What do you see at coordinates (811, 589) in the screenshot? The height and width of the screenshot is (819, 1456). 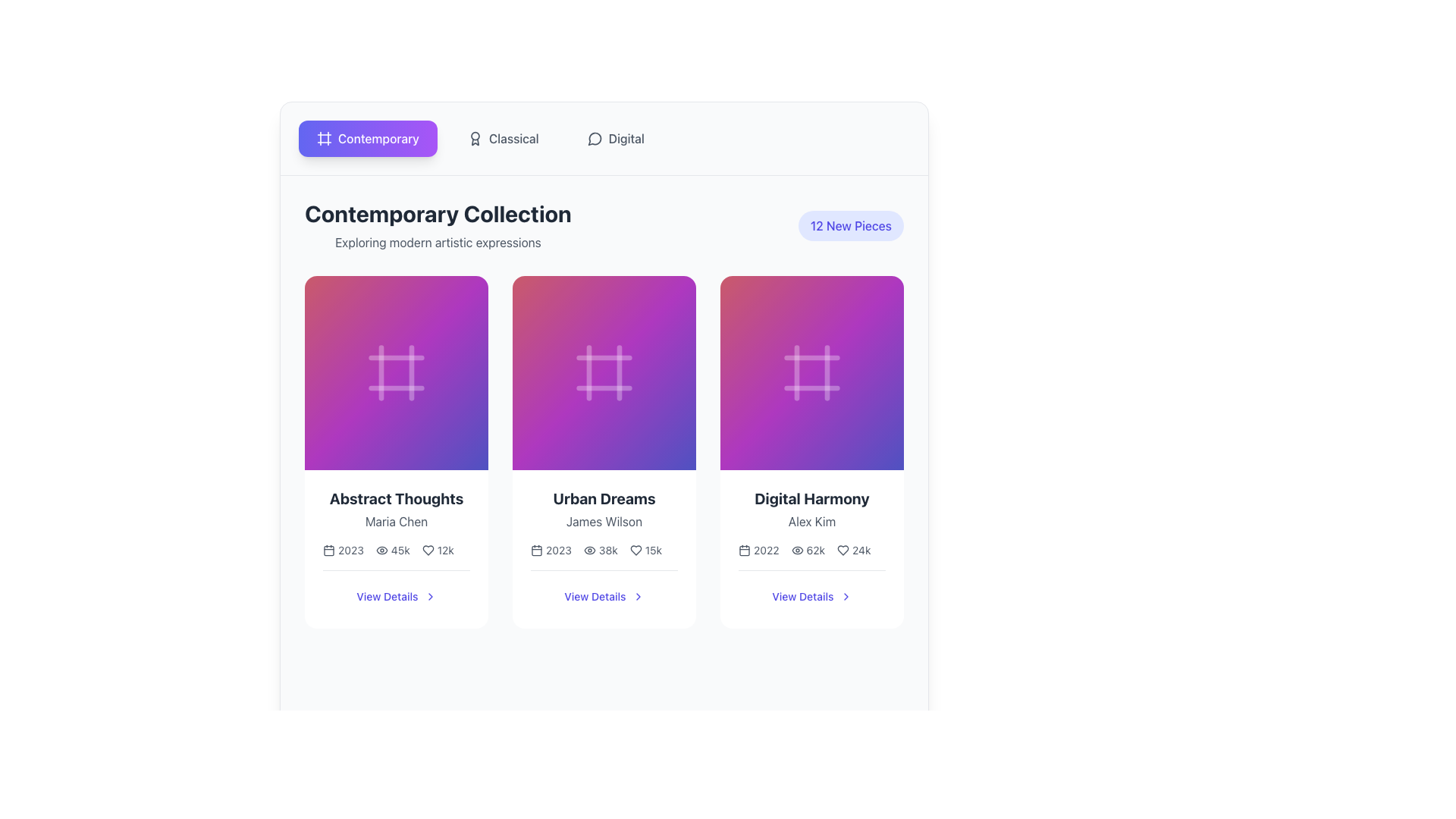 I see `the interactive button labeled 'View Details' with a purple font and a rightward pointing chevron icon, located at the bottom center of the 'Digital Harmony' card` at bounding box center [811, 589].